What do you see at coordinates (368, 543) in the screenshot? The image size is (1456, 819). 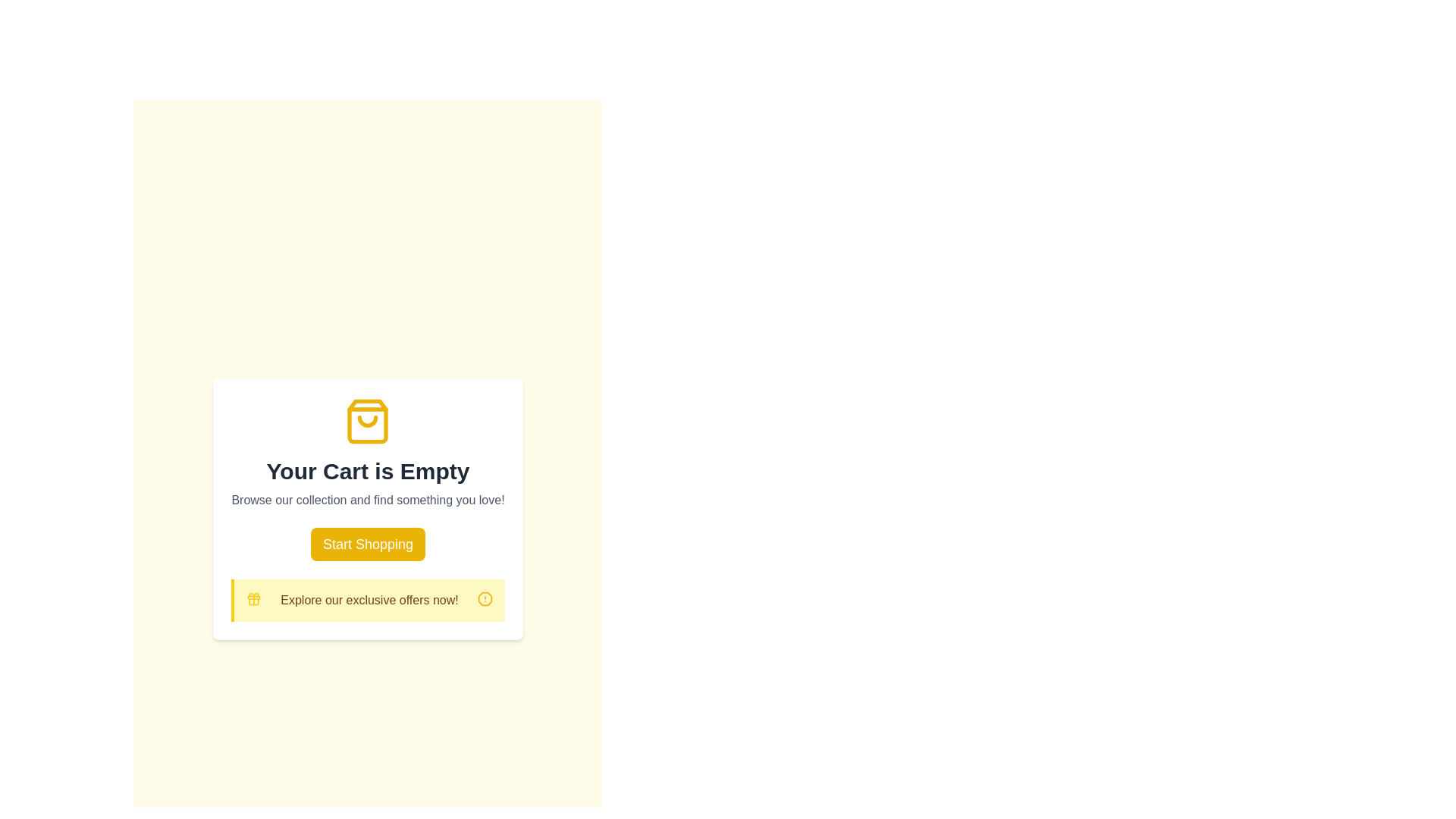 I see `the button that redirects users to the shopping page located at the bottom of the card layout` at bounding box center [368, 543].